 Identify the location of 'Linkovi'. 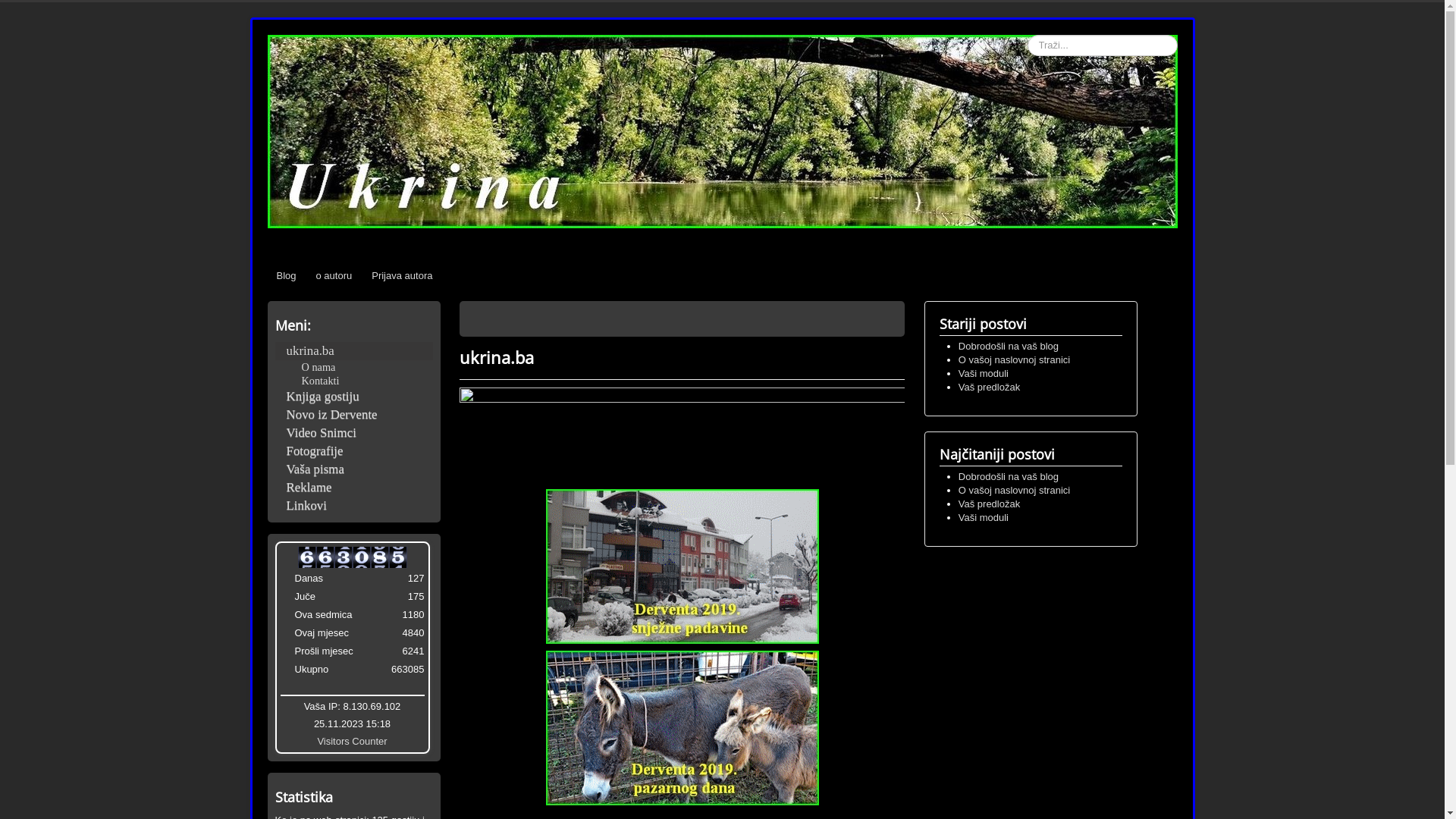
(352, 506).